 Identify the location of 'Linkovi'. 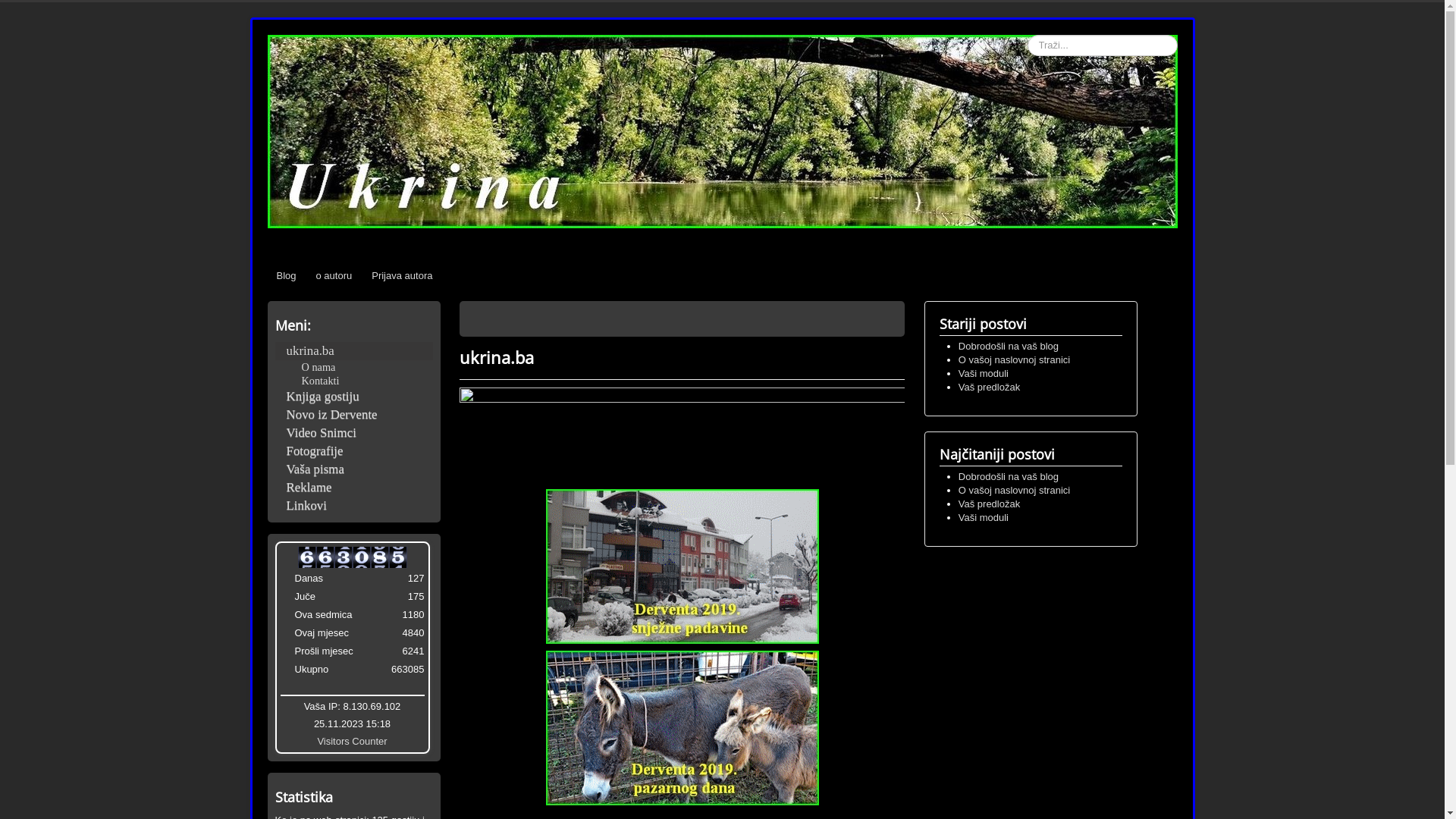
(352, 506).